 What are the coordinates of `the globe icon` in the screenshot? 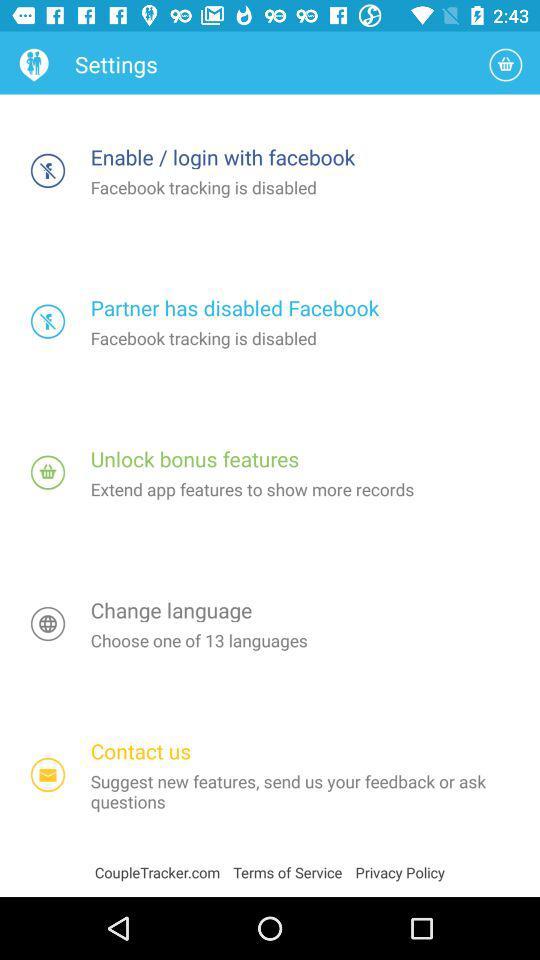 It's located at (48, 321).